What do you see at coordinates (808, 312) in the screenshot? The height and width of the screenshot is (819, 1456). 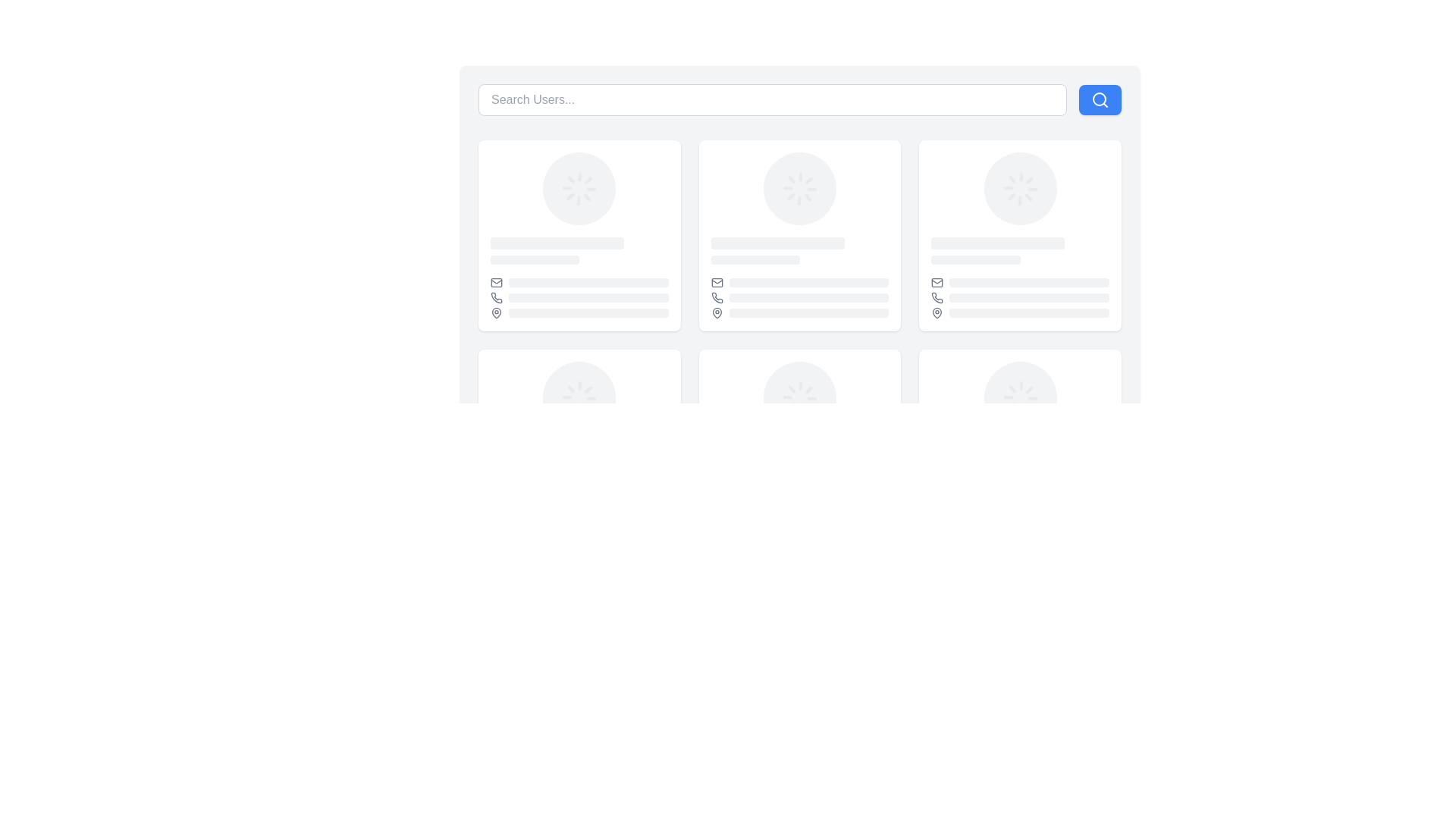 I see `the visual placeholder/loading bar component, which is a horizontal bar with a gray background and rounded edges, designed to indicate loading with a pulsing animation` at bounding box center [808, 312].